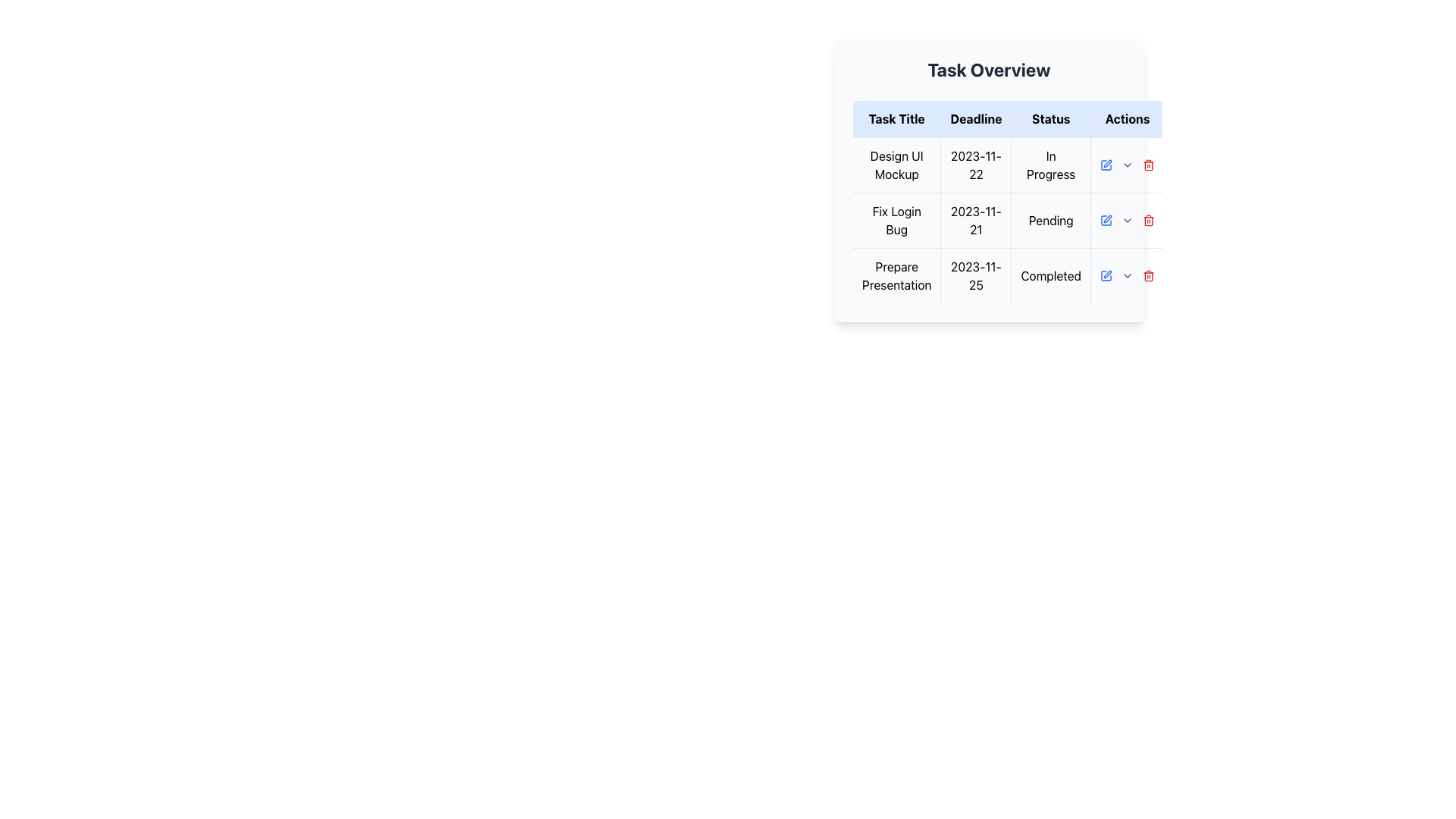 Image resolution: width=1456 pixels, height=819 pixels. I want to click on the interactive blue pen icon in the 'Actions' column of the 'Task Overview' table, specifically in the first row for the 'Design UI Mockup' task, so click(1106, 165).